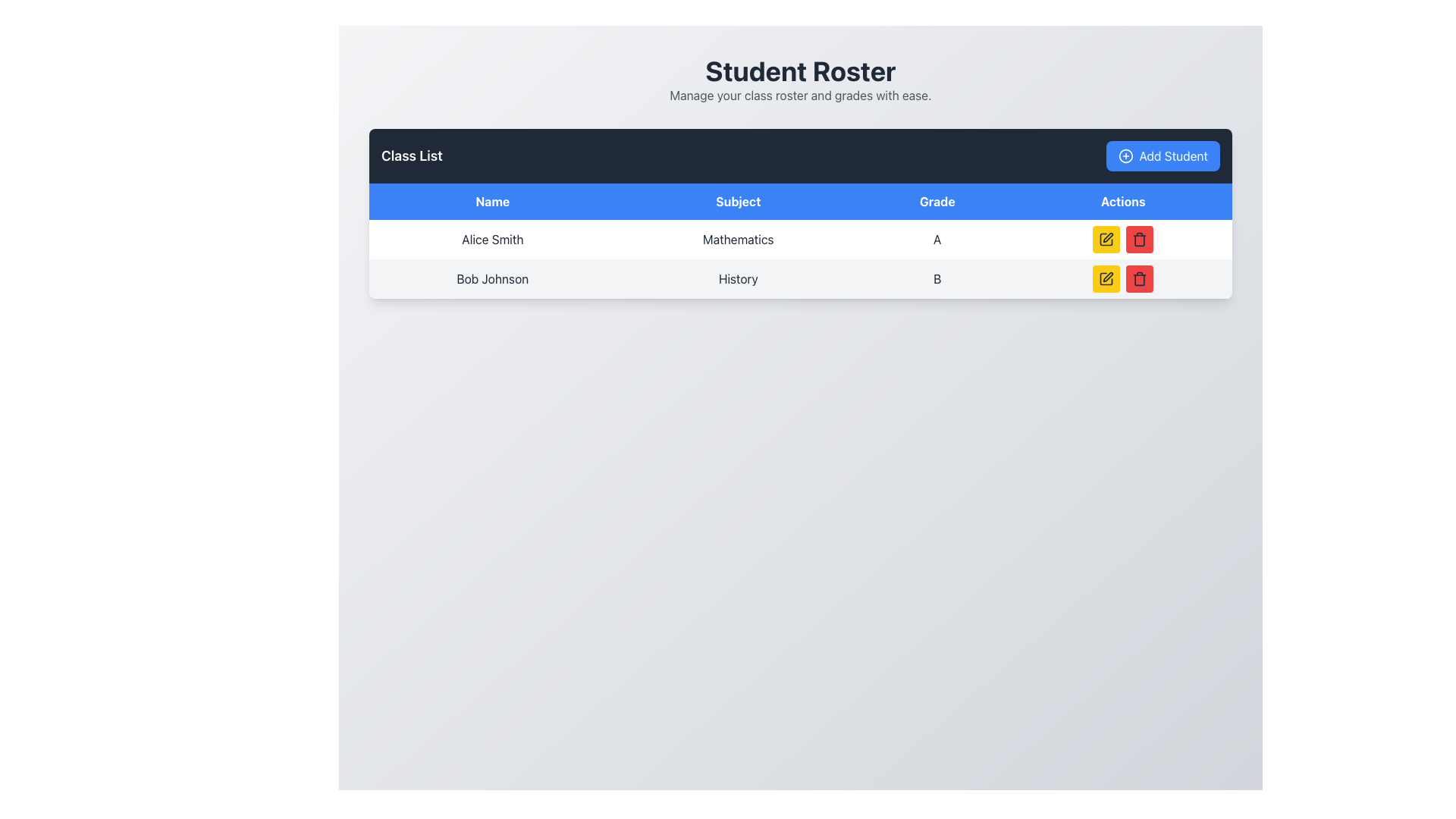 This screenshot has width=1456, height=819. I want to click on the yellow rectangular button with rounded corners containing a black pencil icon, located in the 'Actions' column next to the red trash bin icon for 'Bob Johnson', so click(1106, 239).